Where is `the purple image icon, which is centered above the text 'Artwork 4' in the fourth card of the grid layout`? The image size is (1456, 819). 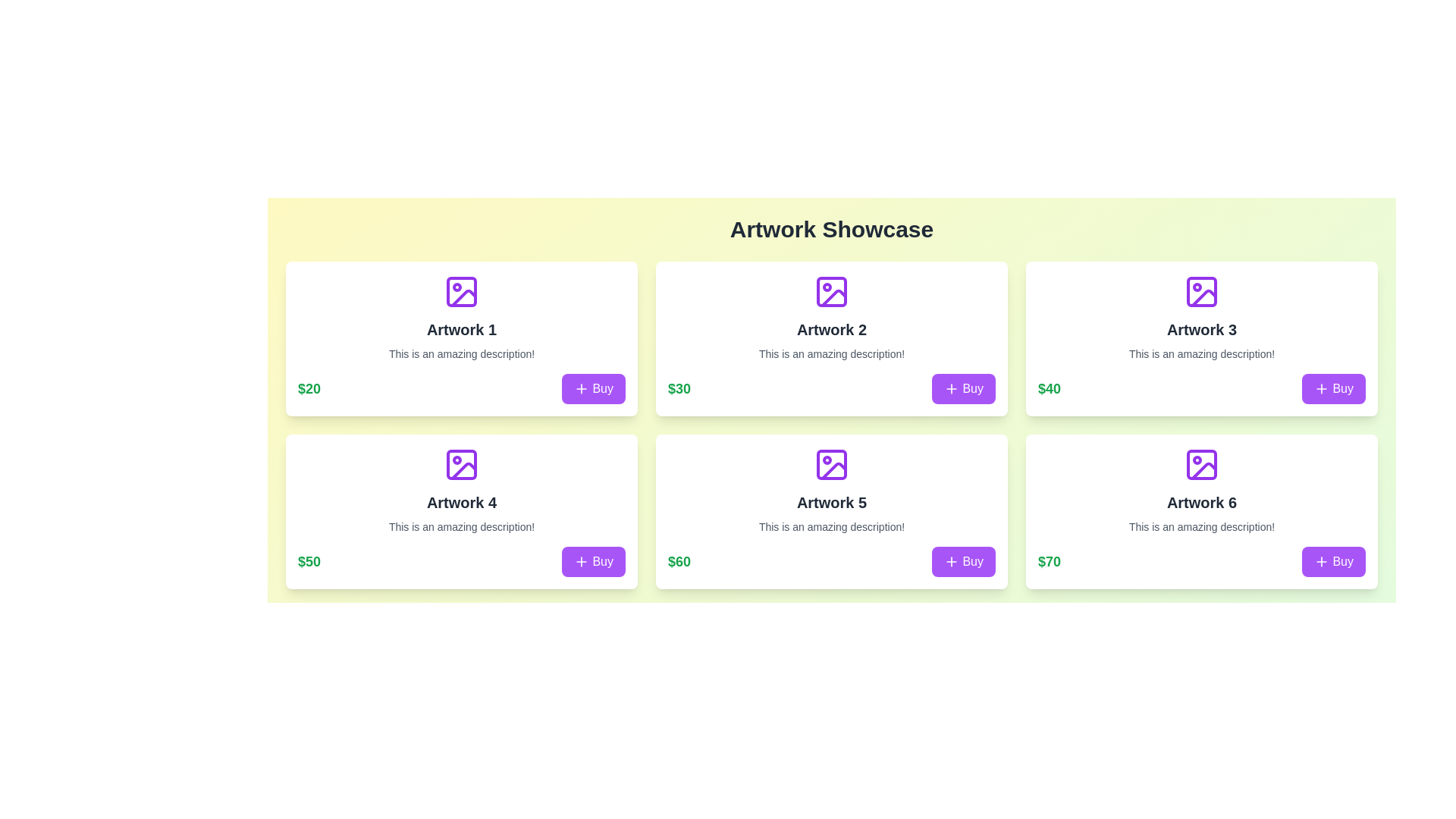
the purple image icon, which is centered above the text 'Artwork 4' in the fourth card of the grid layout is located at coordinates (461, 464).